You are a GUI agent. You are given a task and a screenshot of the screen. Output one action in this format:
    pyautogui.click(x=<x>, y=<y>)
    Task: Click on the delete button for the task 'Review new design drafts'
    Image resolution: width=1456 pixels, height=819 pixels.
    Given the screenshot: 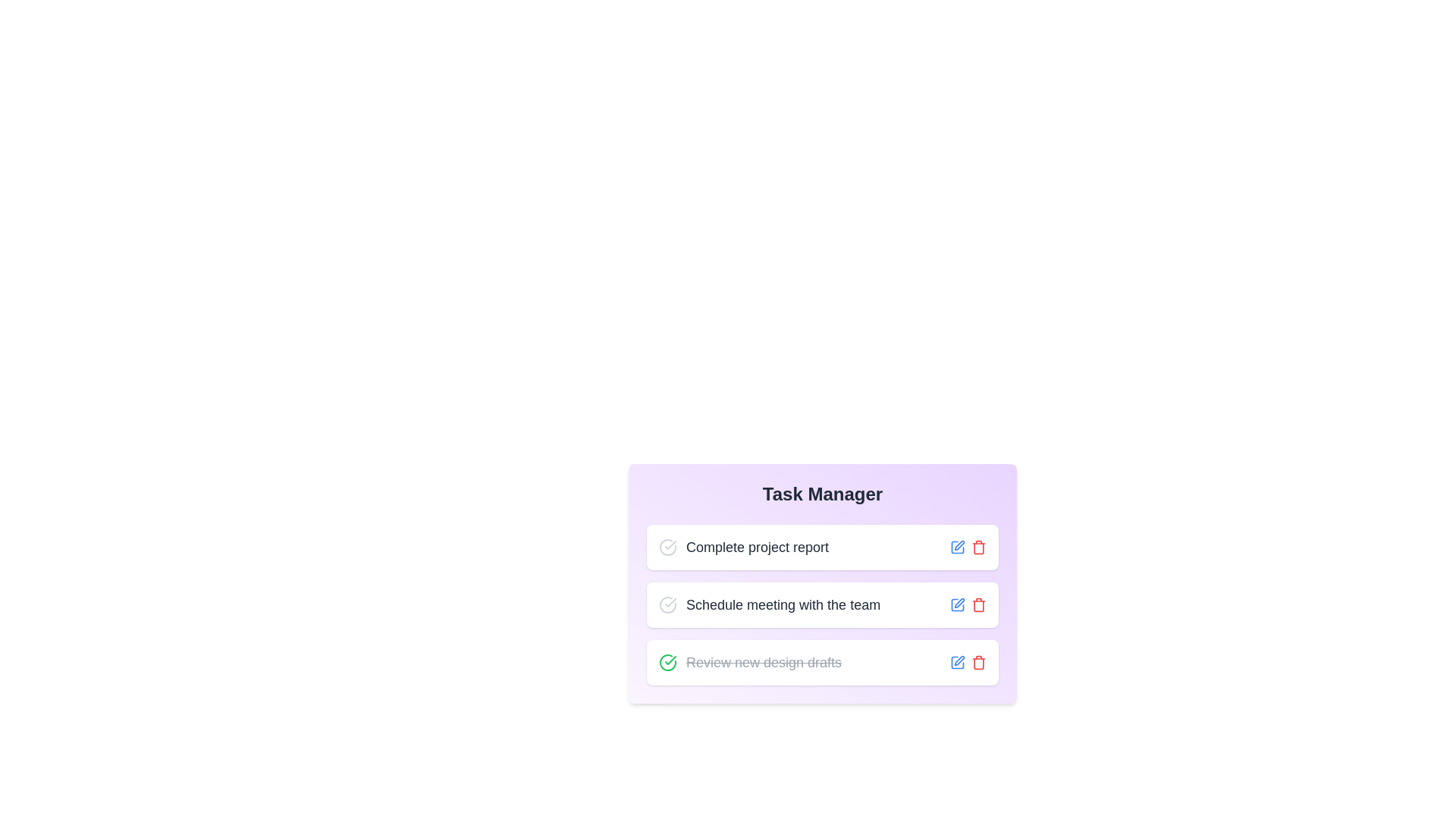 What is the action you would take?
    pyautogui.click(x=979, y=662)
    